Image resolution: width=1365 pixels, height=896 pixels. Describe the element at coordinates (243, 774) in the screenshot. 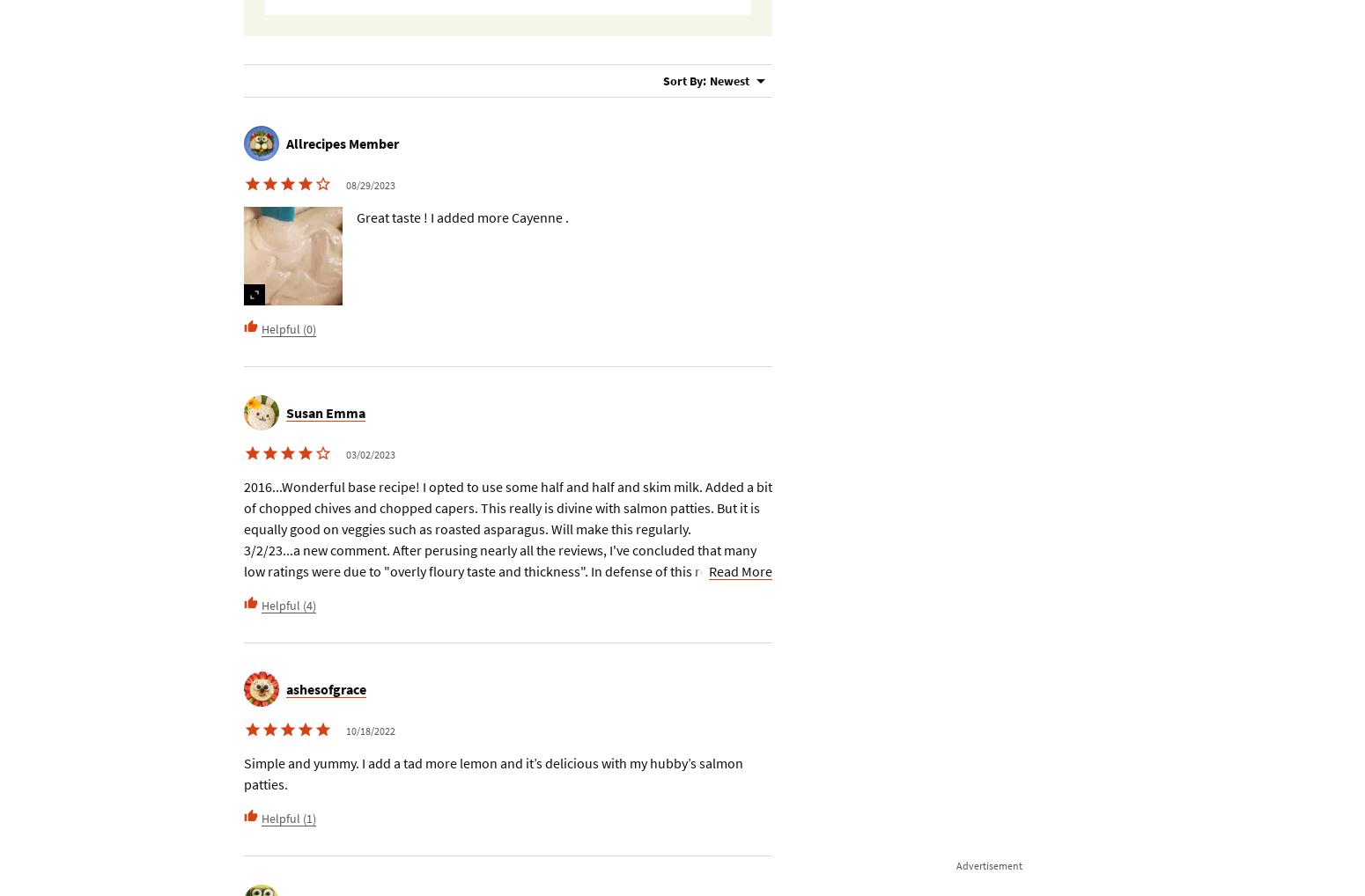

I see `'Simple and yummy. I add a tad more lemon and it’s delicious with my hubby’s salmon patties.'` at that location.